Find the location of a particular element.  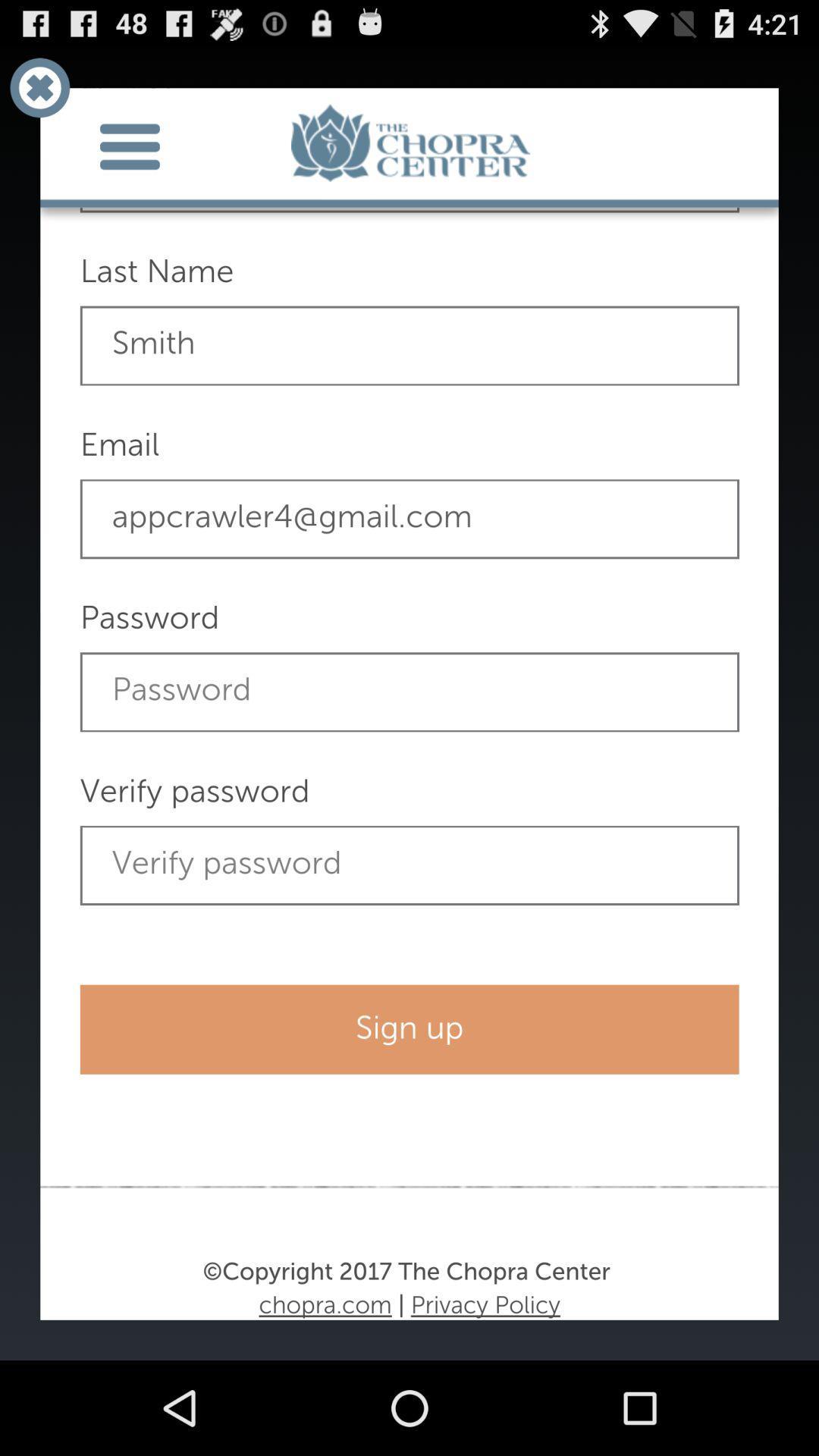

x icon is located at coordinates (39, 86).